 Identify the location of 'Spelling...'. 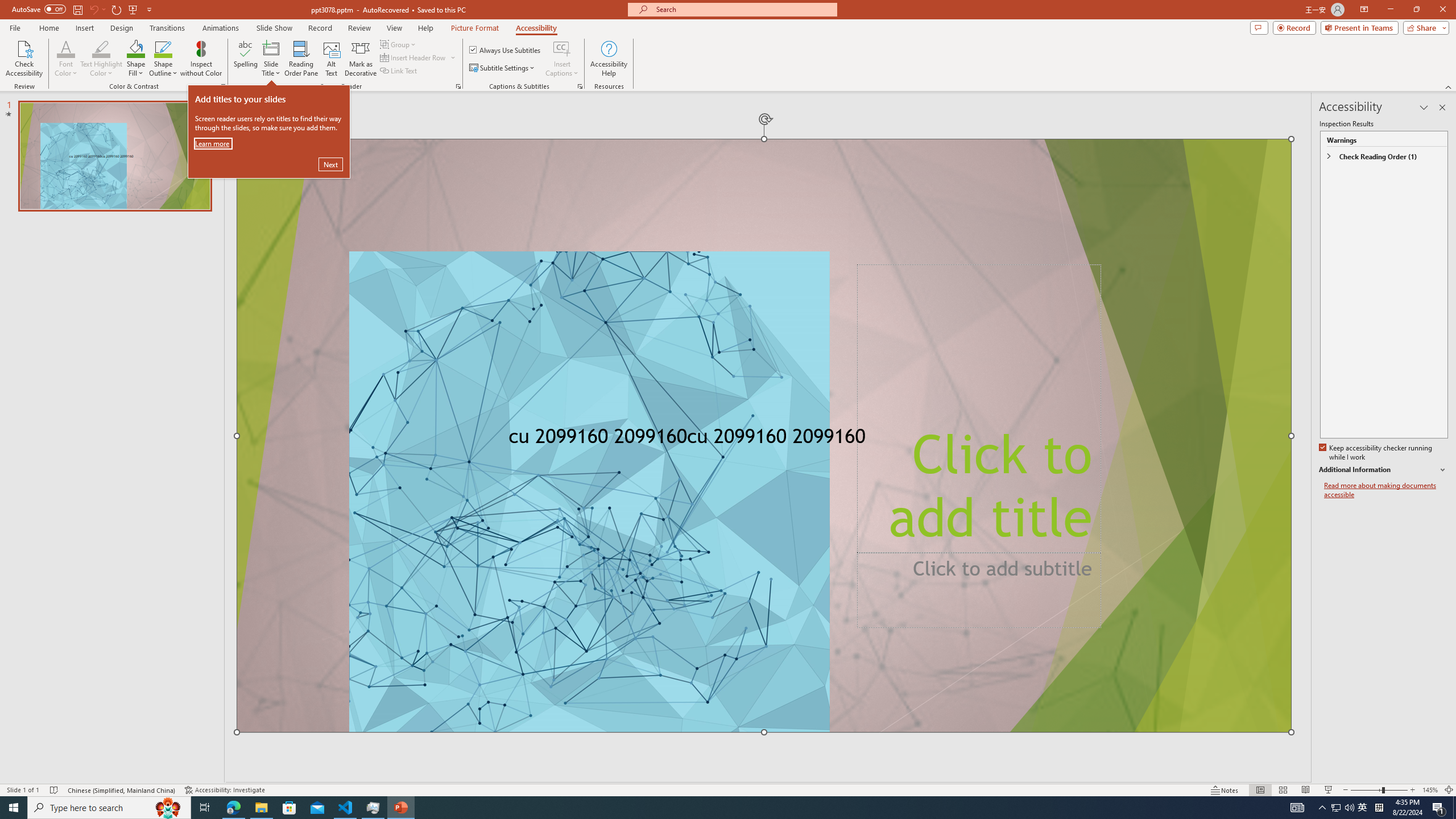
(246, 59).